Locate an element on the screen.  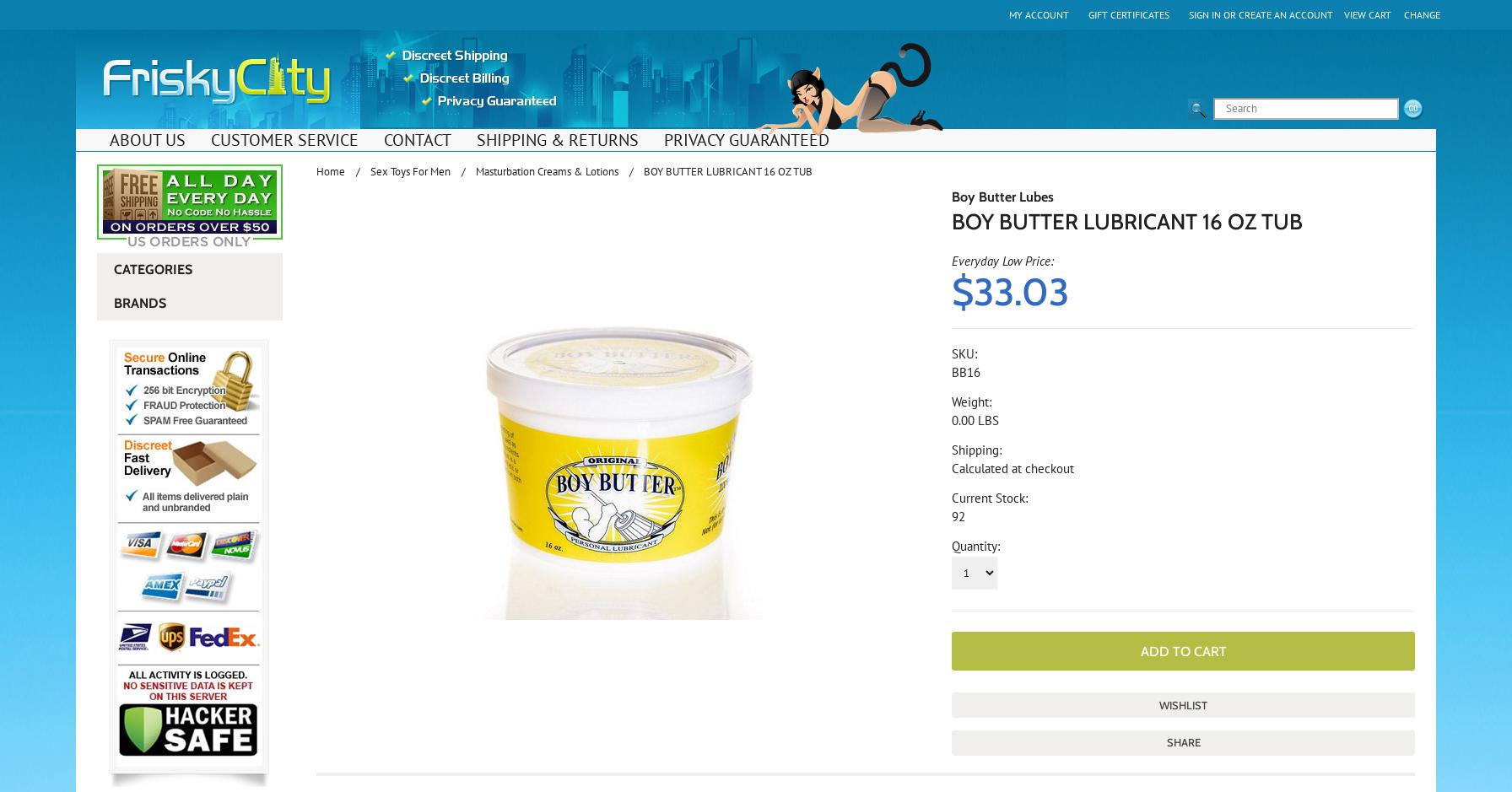
'Current Stock:' is located at coordinates (990, 498).